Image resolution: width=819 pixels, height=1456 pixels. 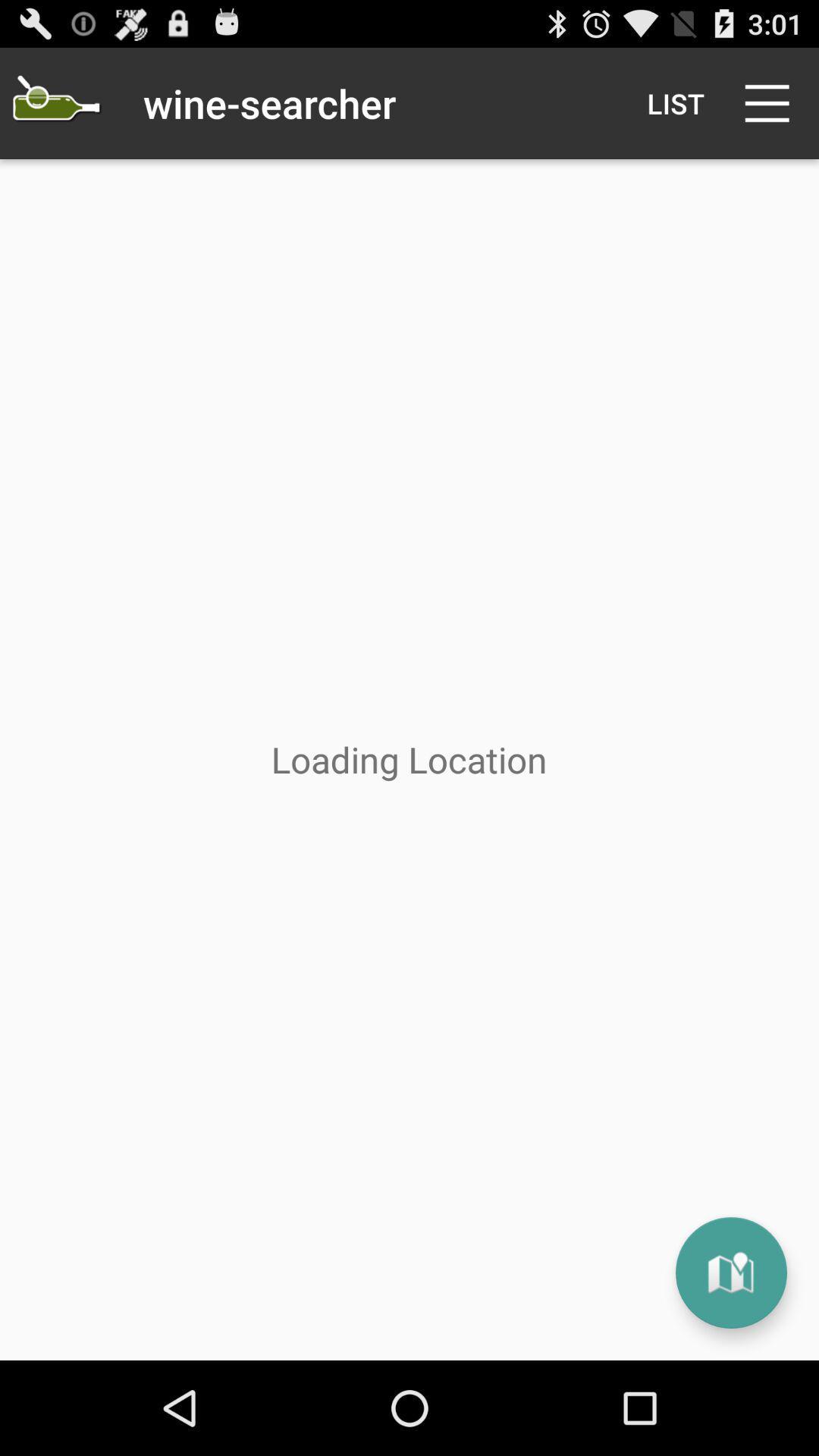 I want to click on item at the bottom right corner, so click(x=730, y=1272).